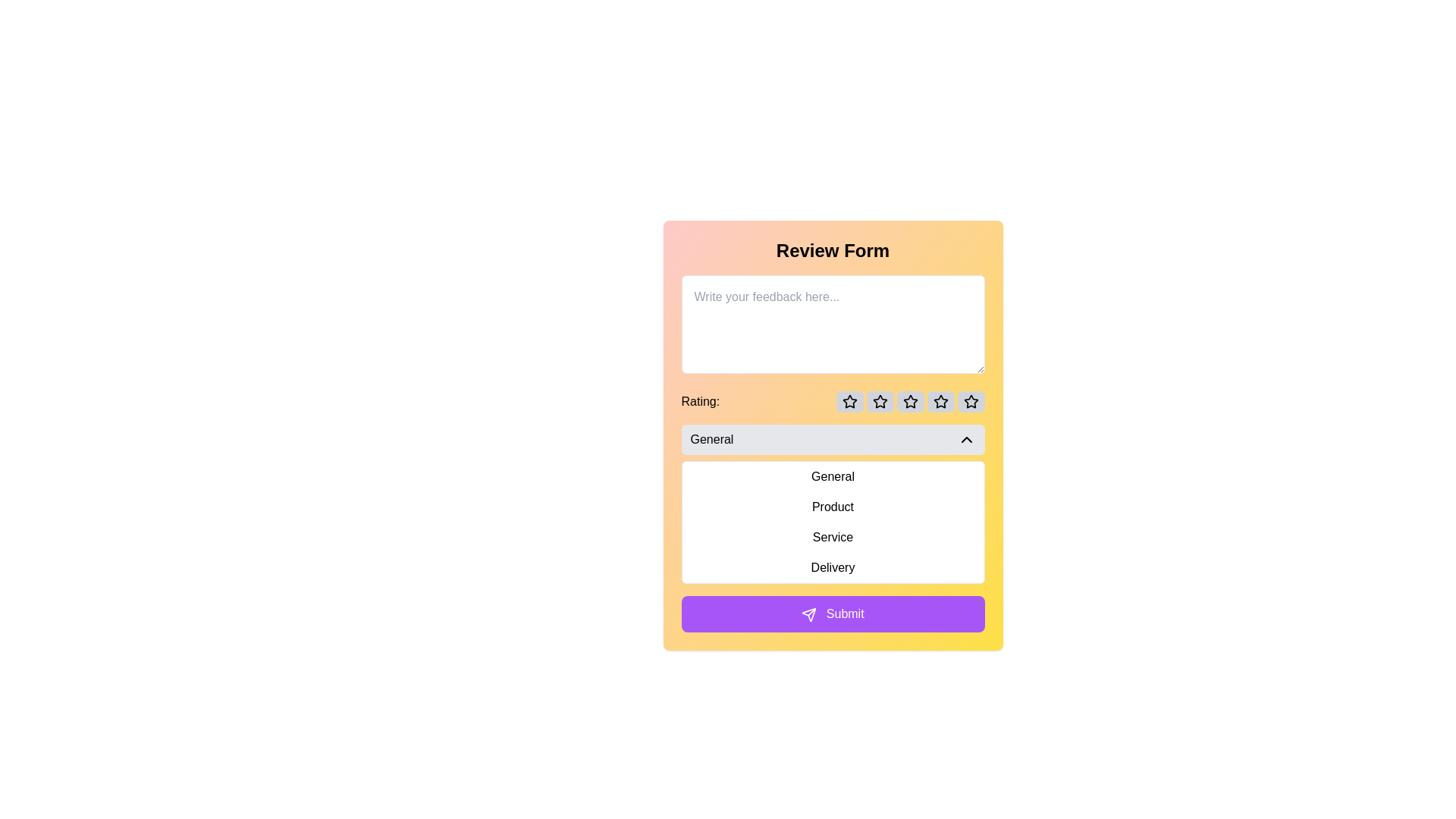 Image resolution: width=1456 pixels, height=819 pixels. I want to click on the fourth star-shaped rating icon, which is outlined and part of a group of five icons under the 'Rating' label, so click(940, 400).